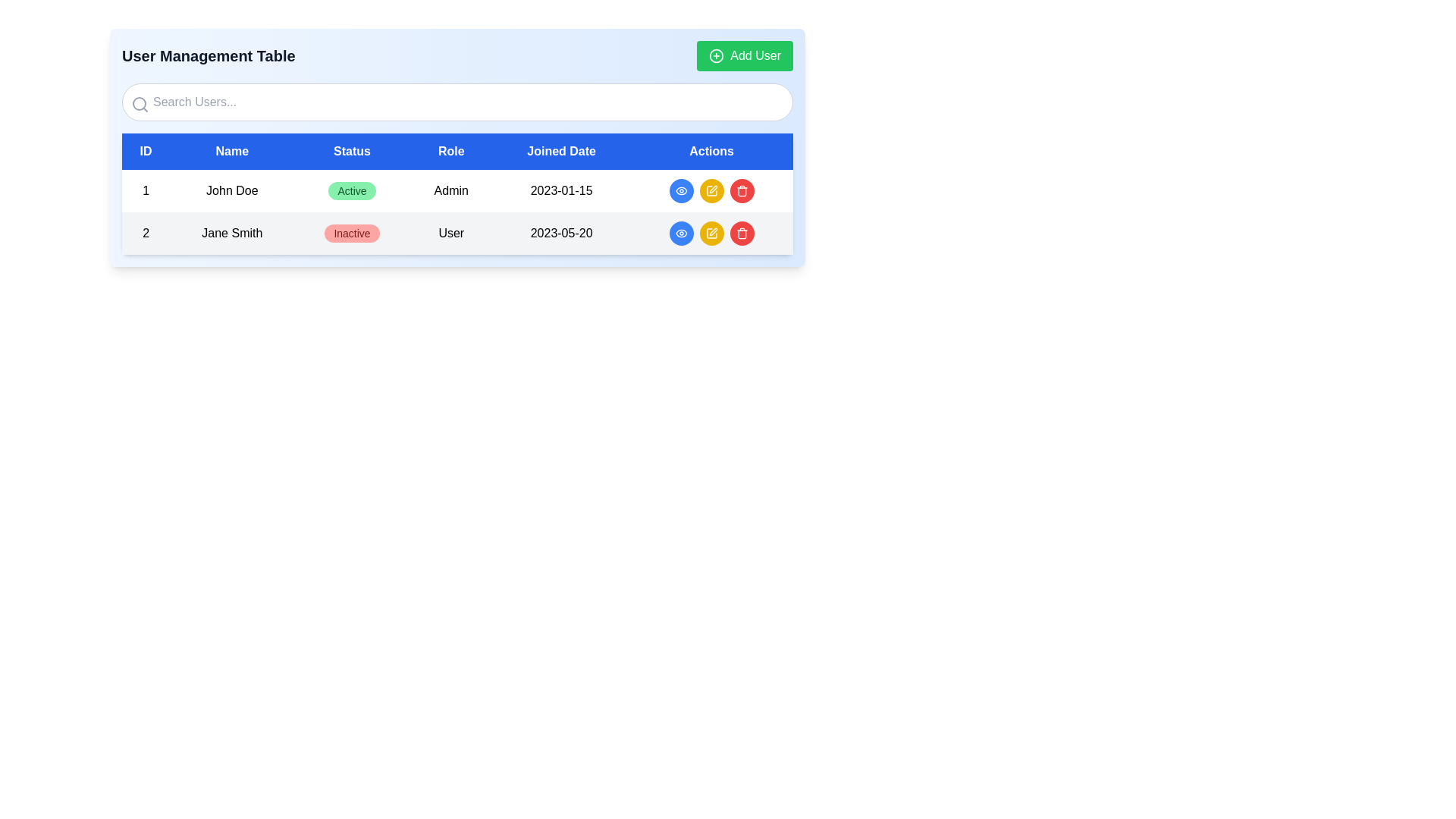  What do you see at coordinates (560, 152) in the screenshot?
I see `the 'Joined Date' table header cell to interact with table features` at bounding box center [560, 152].